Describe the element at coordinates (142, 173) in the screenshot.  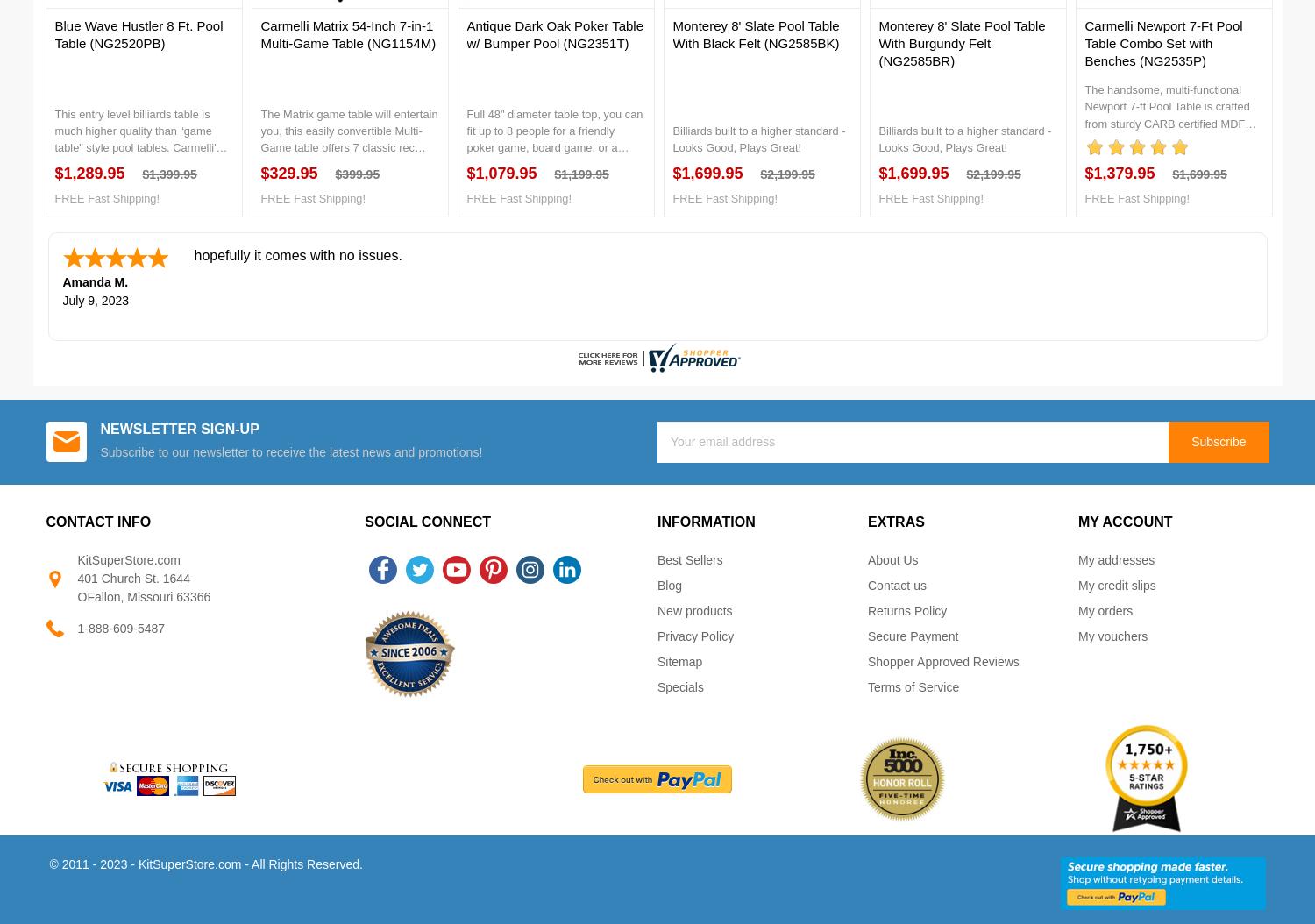
I see `'$1,399.95'` at that location.